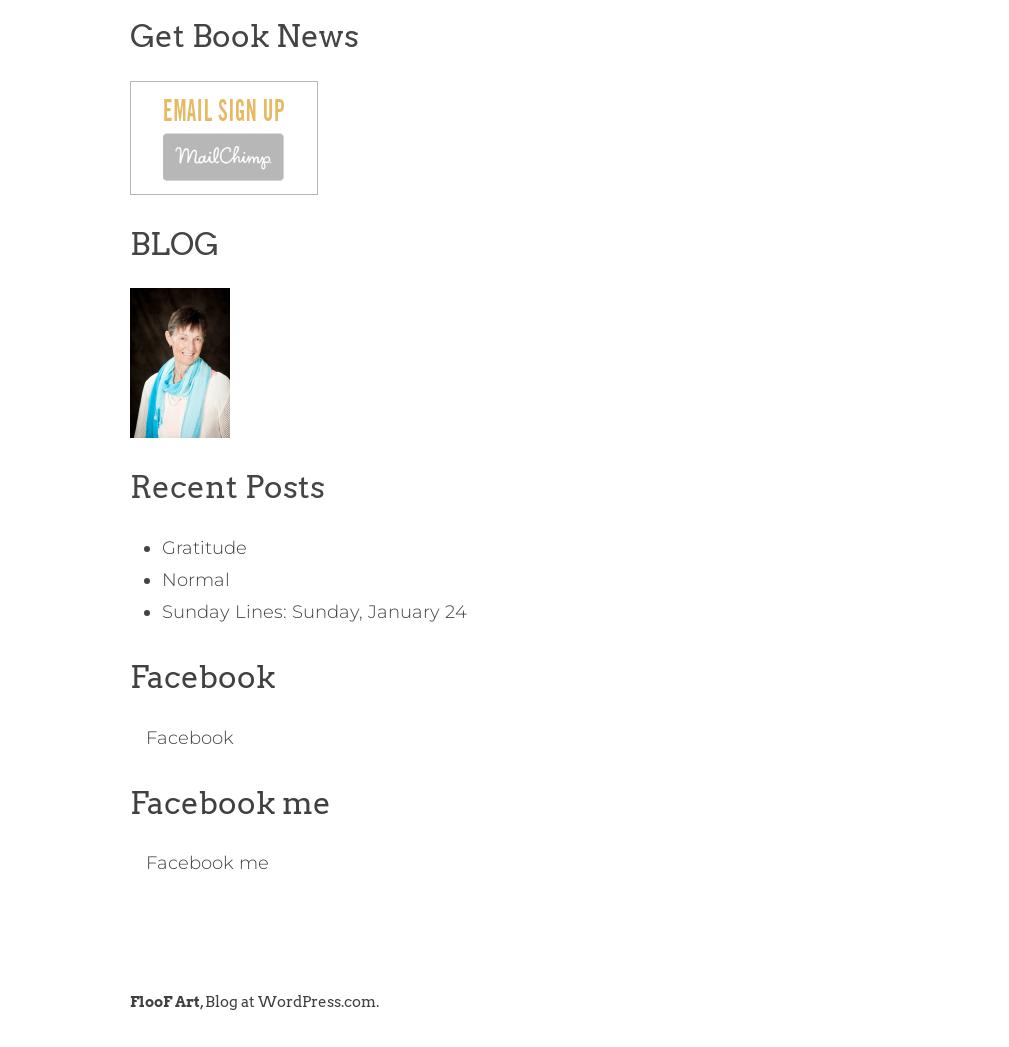  What do you see at coordinates (127, 1001) in the screenshot?
I see `'FlooF Art'` at bounding box center [127, 1001].